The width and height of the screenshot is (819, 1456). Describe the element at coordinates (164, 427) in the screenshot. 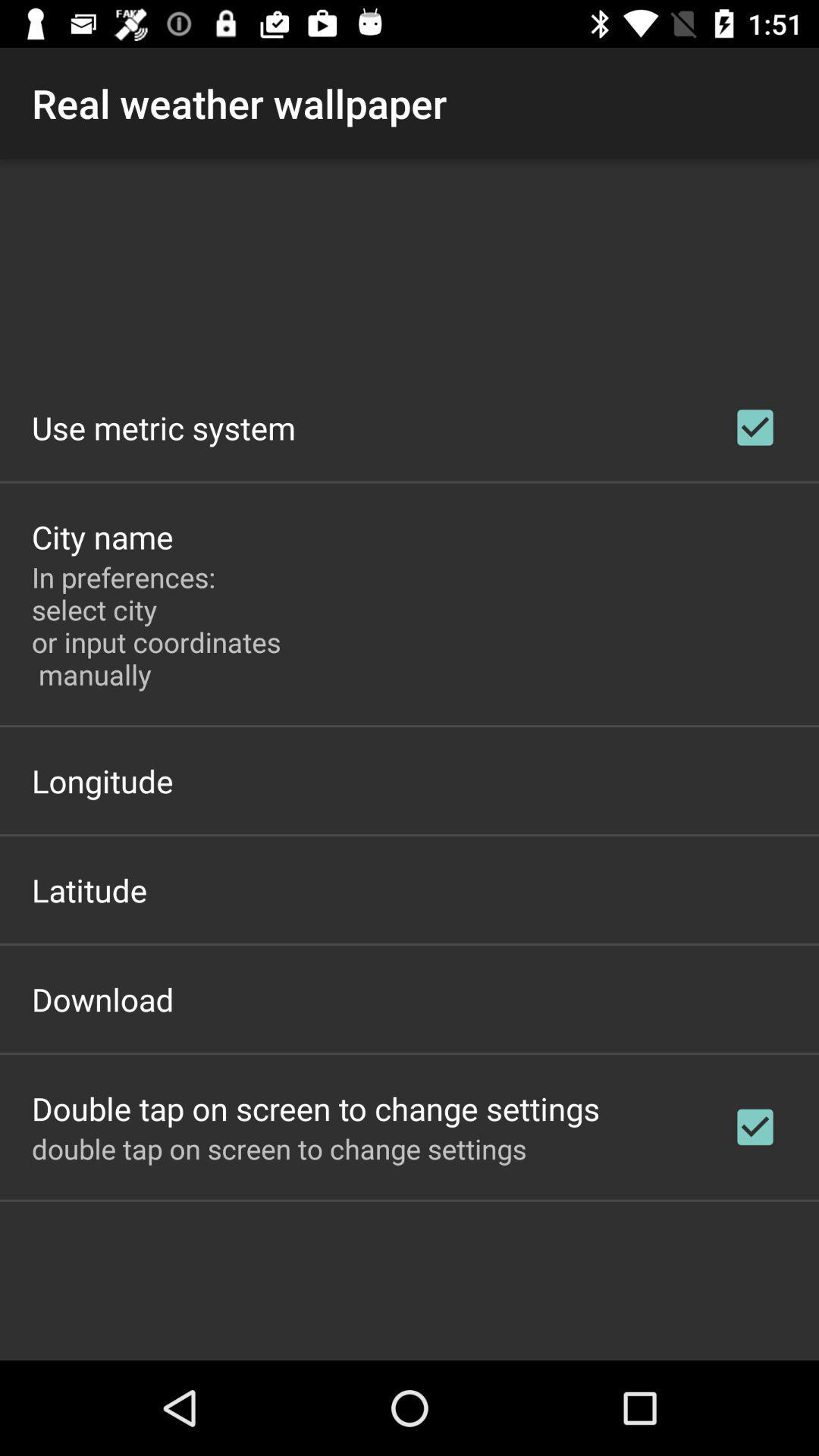

I see `the use metric system app` at that location.